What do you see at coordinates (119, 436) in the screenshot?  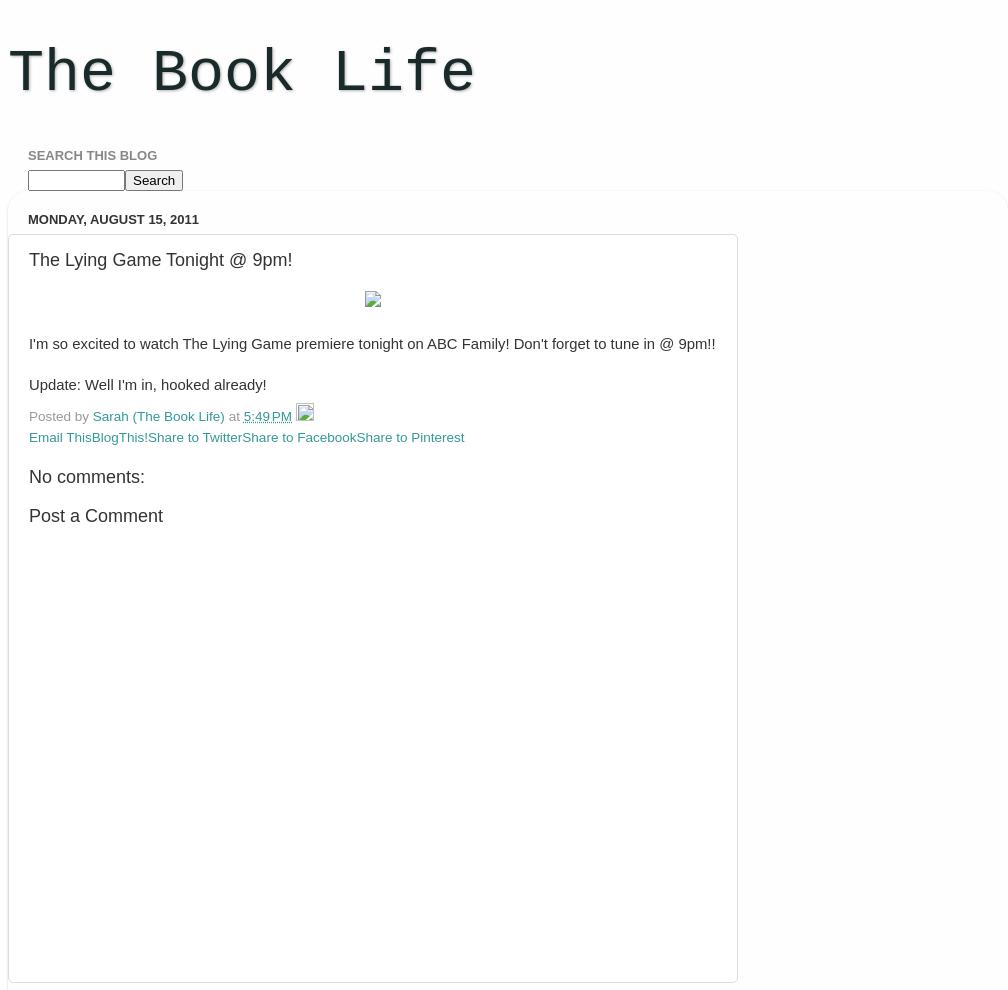 I see `'BlogThis!'` at bounding box center [119, 436].